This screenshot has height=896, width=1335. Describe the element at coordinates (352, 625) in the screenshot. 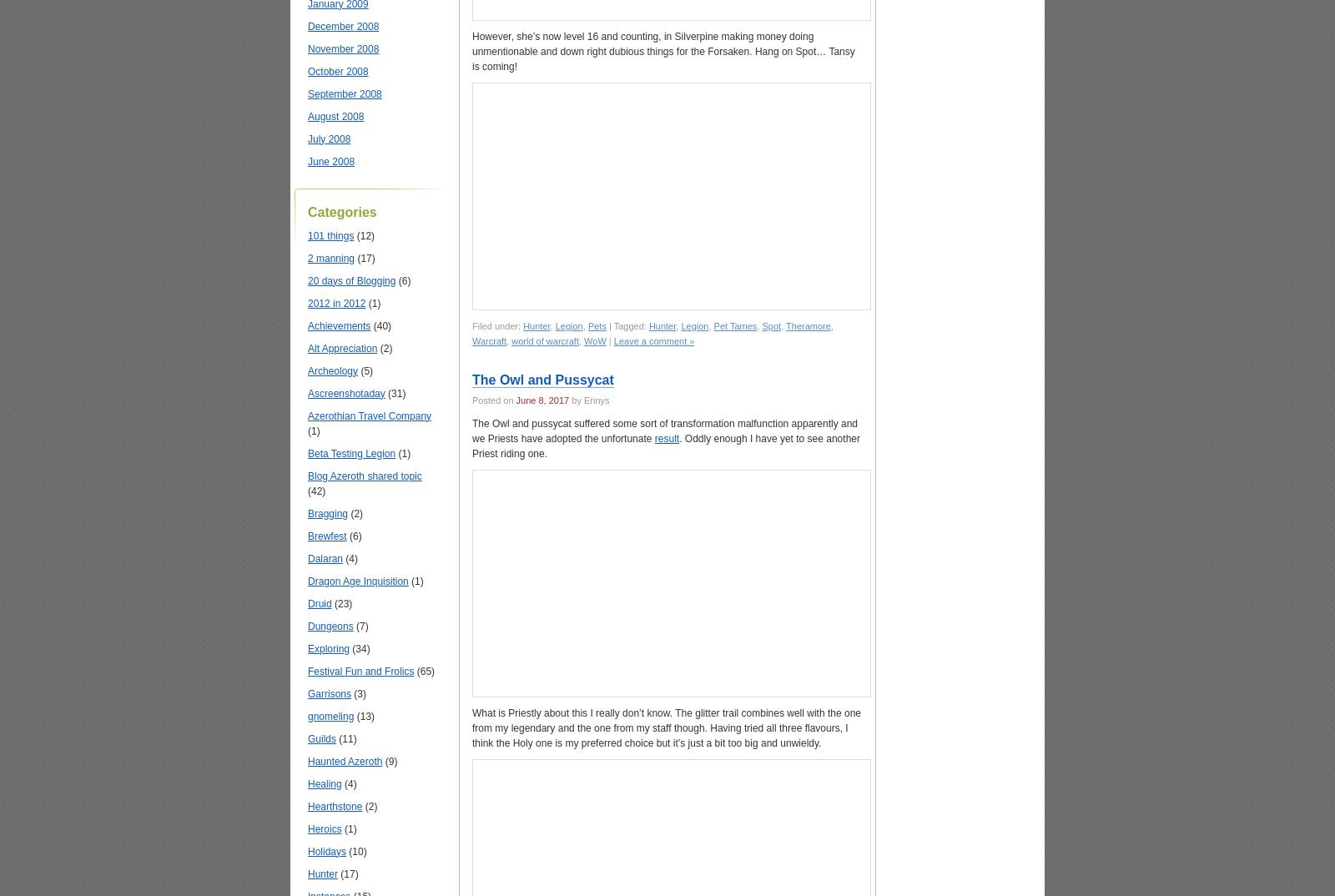

I see `'(7)'` at that location.